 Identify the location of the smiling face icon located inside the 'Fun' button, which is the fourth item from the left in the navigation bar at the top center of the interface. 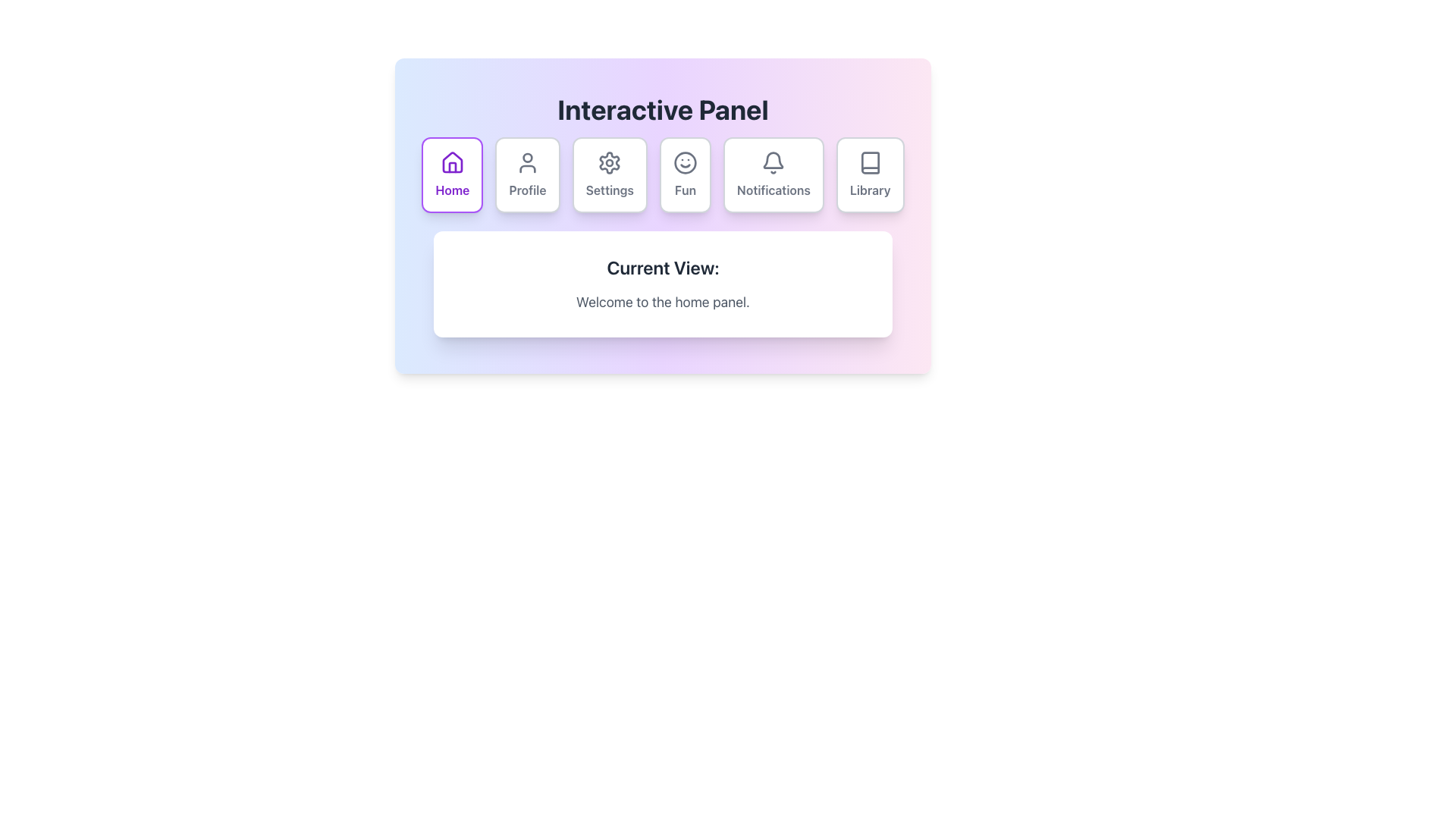
(684, 163).